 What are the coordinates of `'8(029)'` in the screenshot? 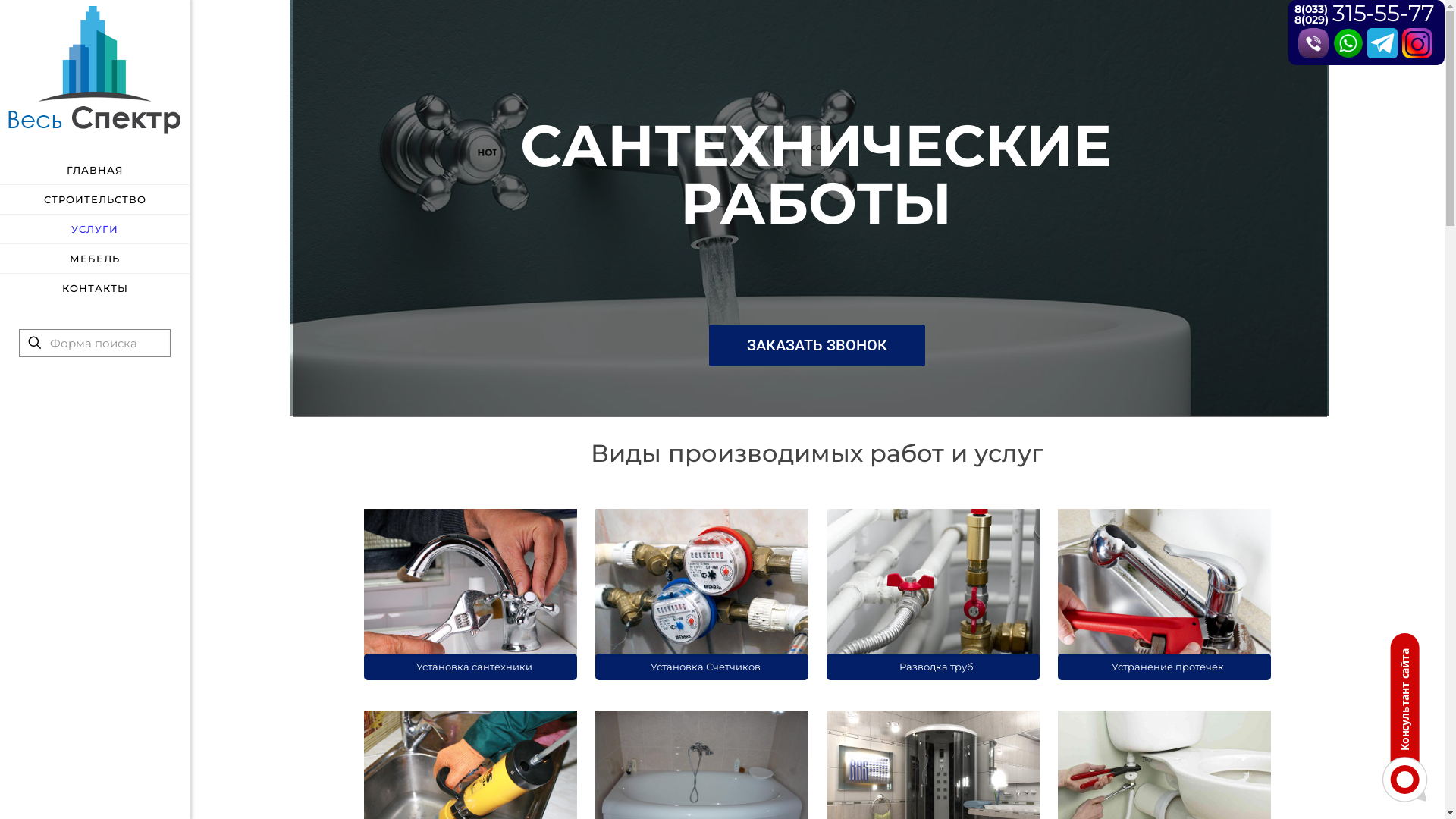 It's located at (1294, 20).